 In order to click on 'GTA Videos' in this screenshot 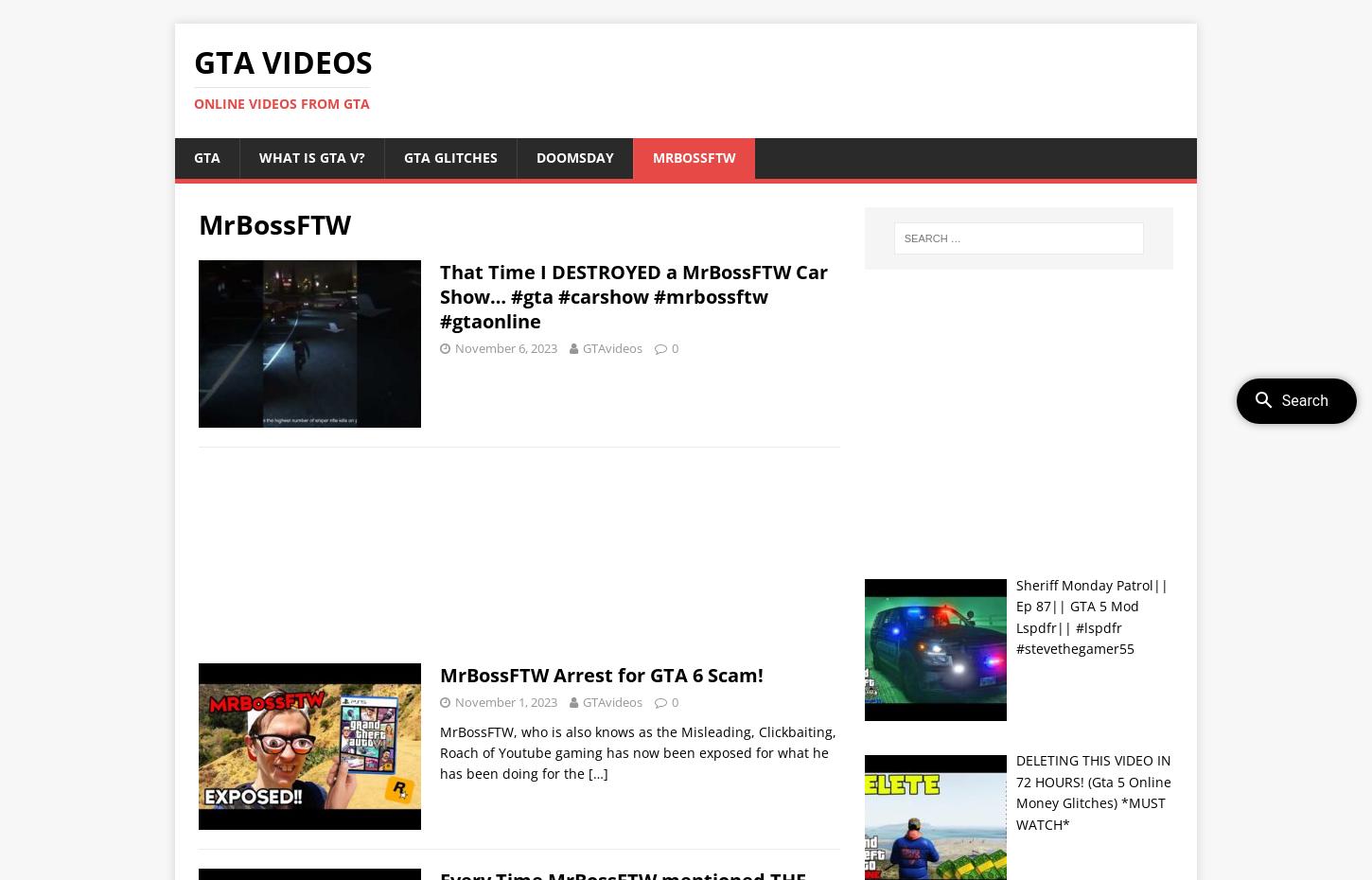, I will do `click(283, 61)`.